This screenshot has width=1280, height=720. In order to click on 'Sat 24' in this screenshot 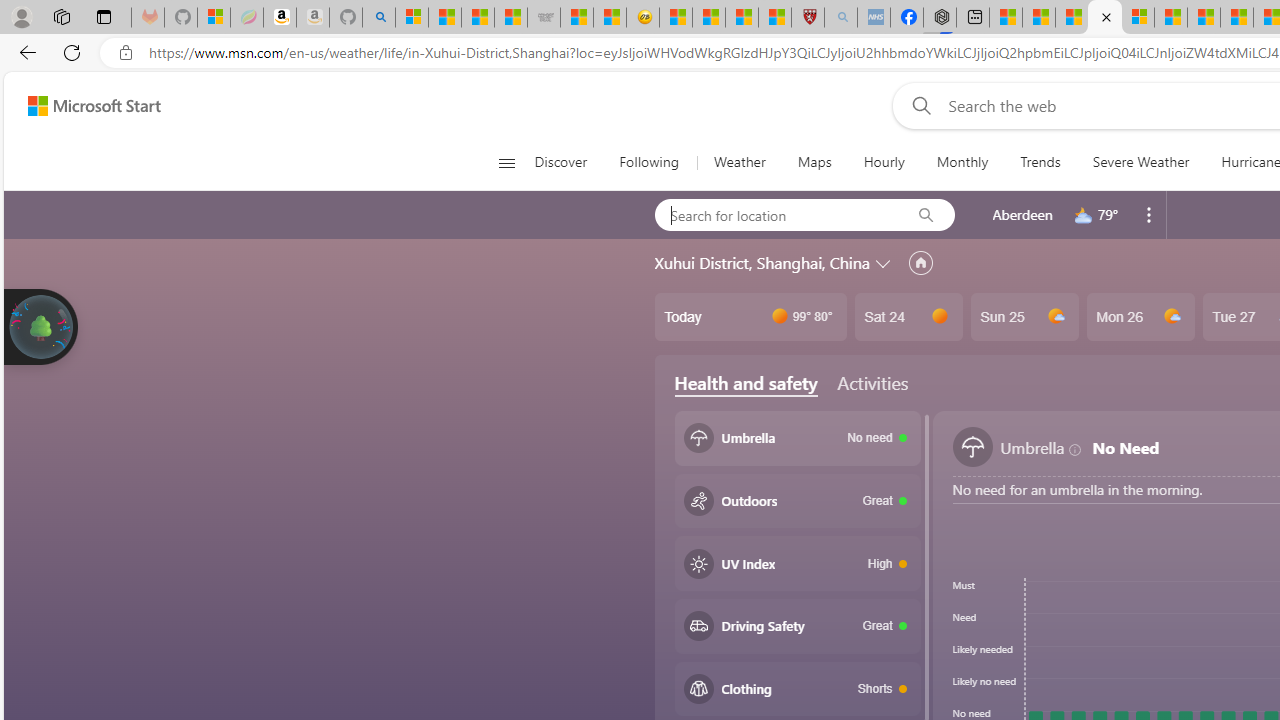, I will do `click(907, 316)`.